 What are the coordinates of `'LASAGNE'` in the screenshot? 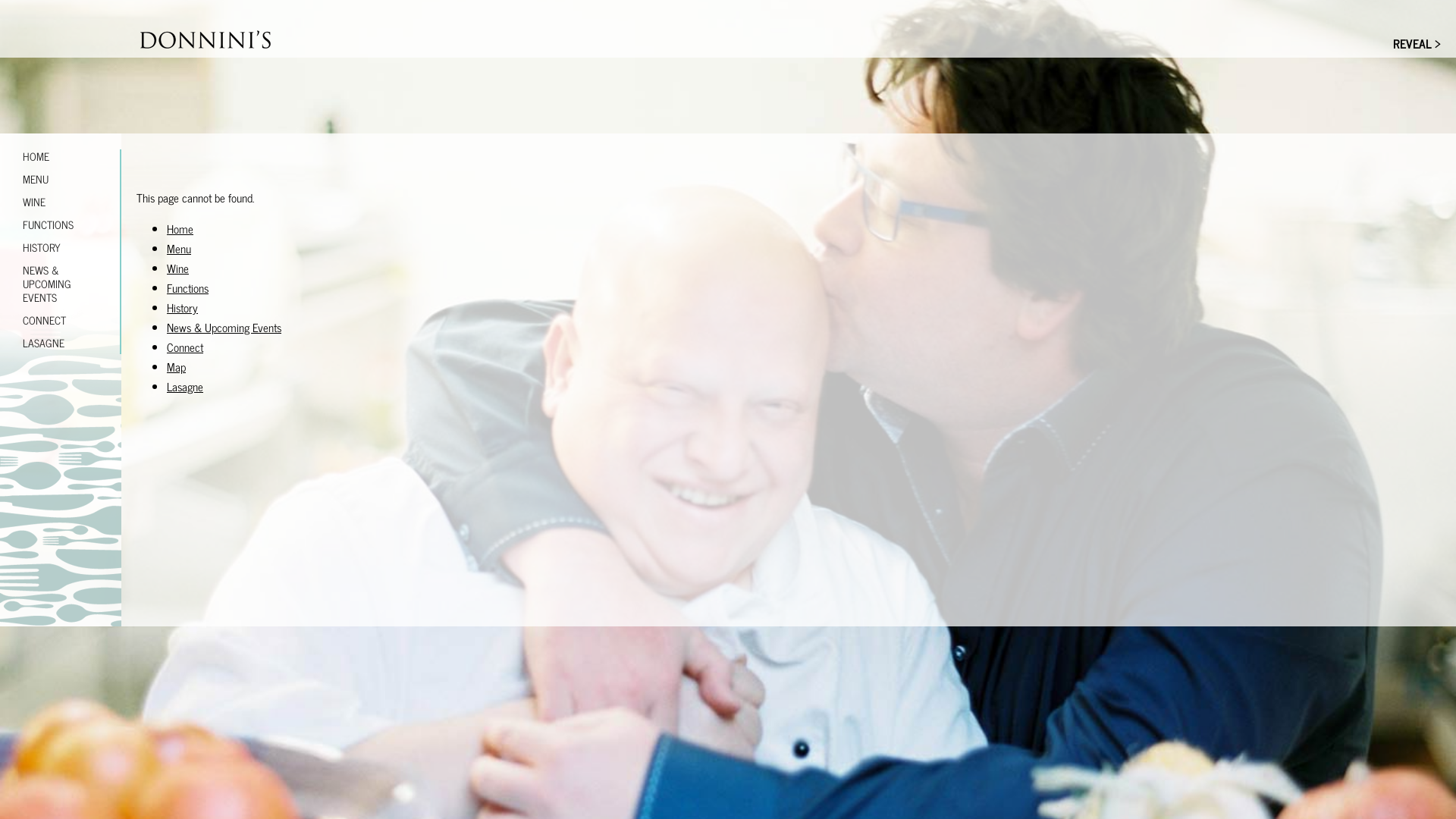 It's located at (61, 342).